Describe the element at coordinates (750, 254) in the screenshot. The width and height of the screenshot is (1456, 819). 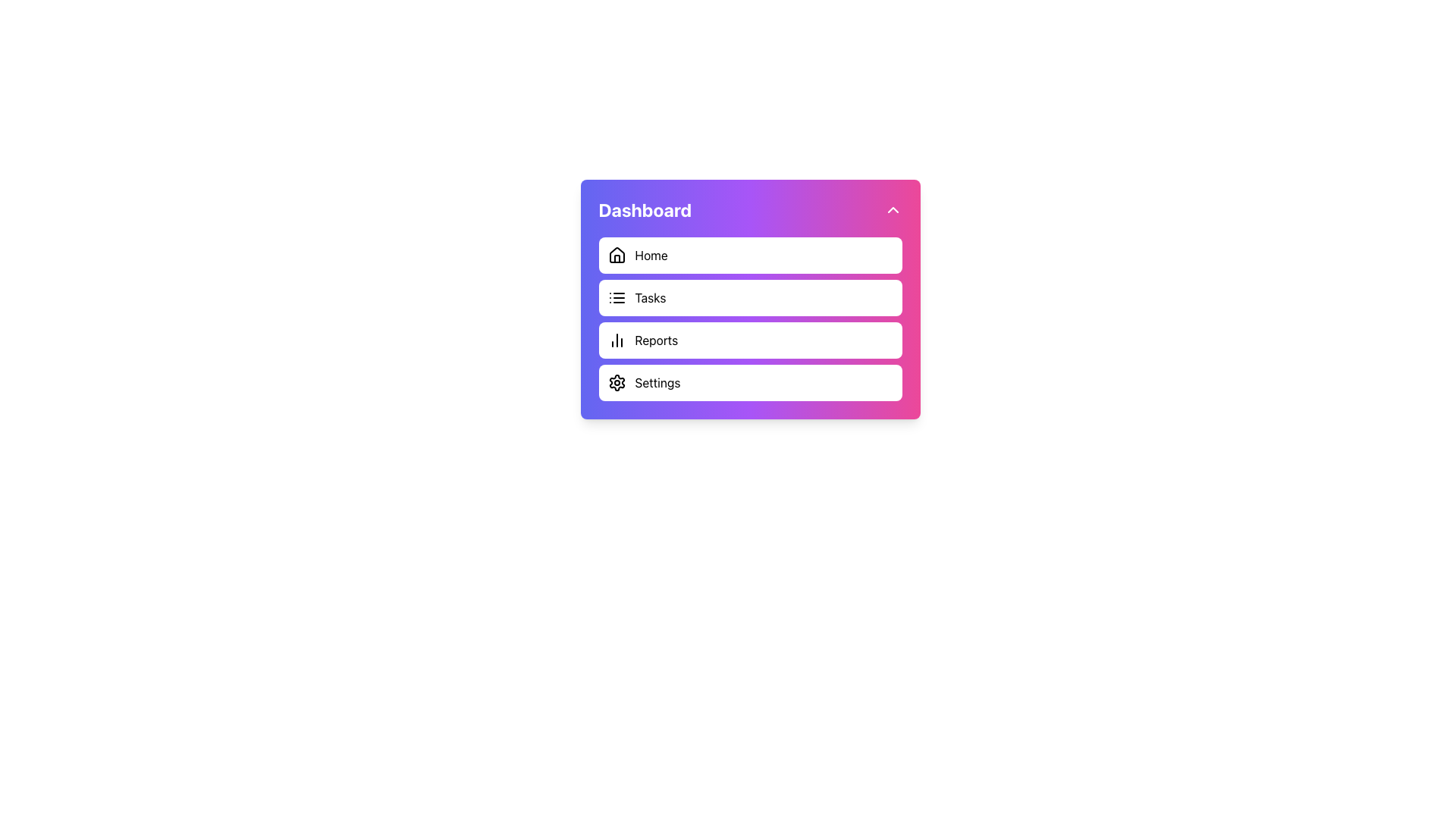
I see `the 'Home' button located at the top of the vertical stack of buttons in the sidebar to trigger hover effects` at that location.